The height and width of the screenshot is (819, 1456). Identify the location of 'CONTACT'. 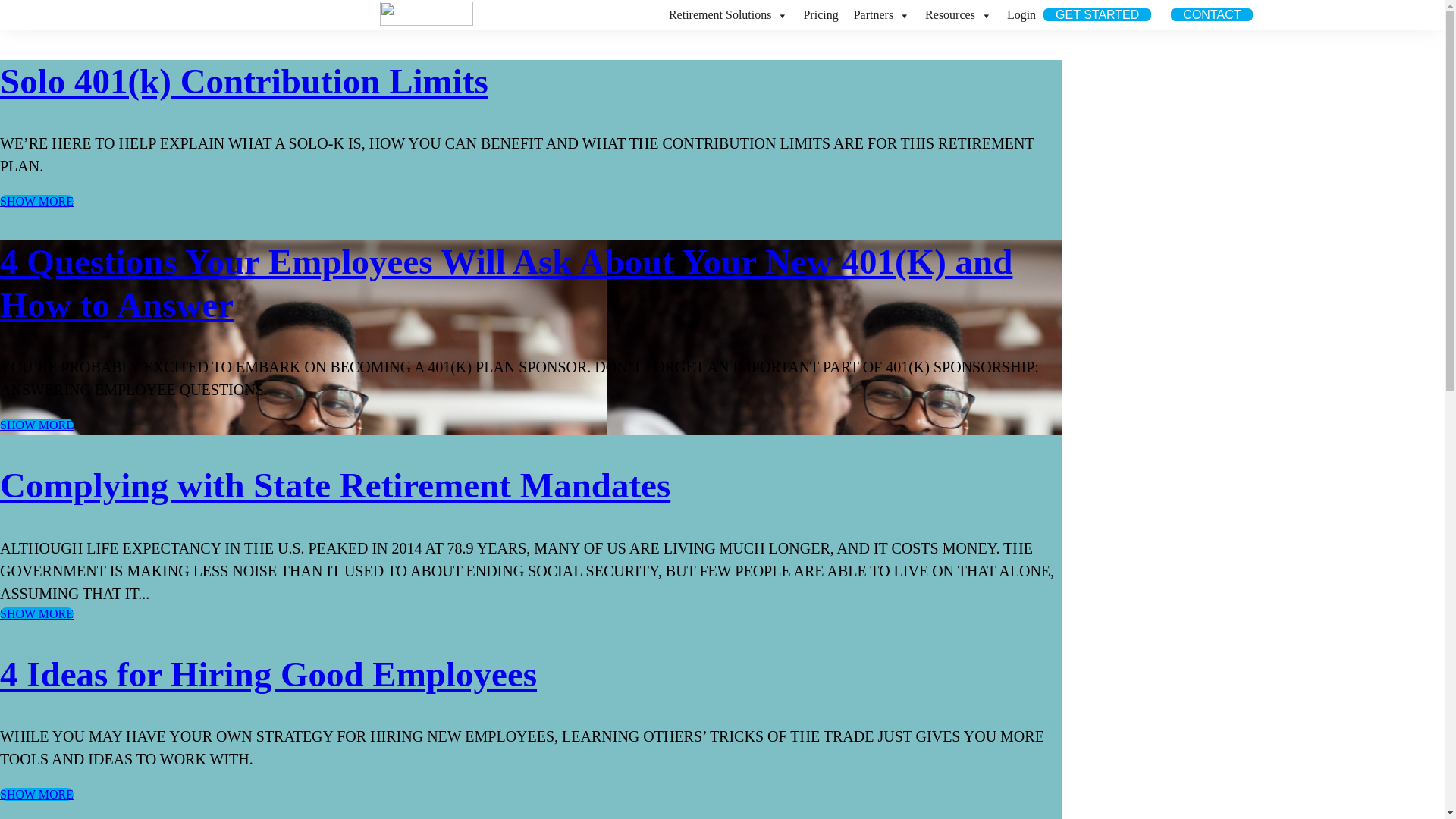
(1211, 14).